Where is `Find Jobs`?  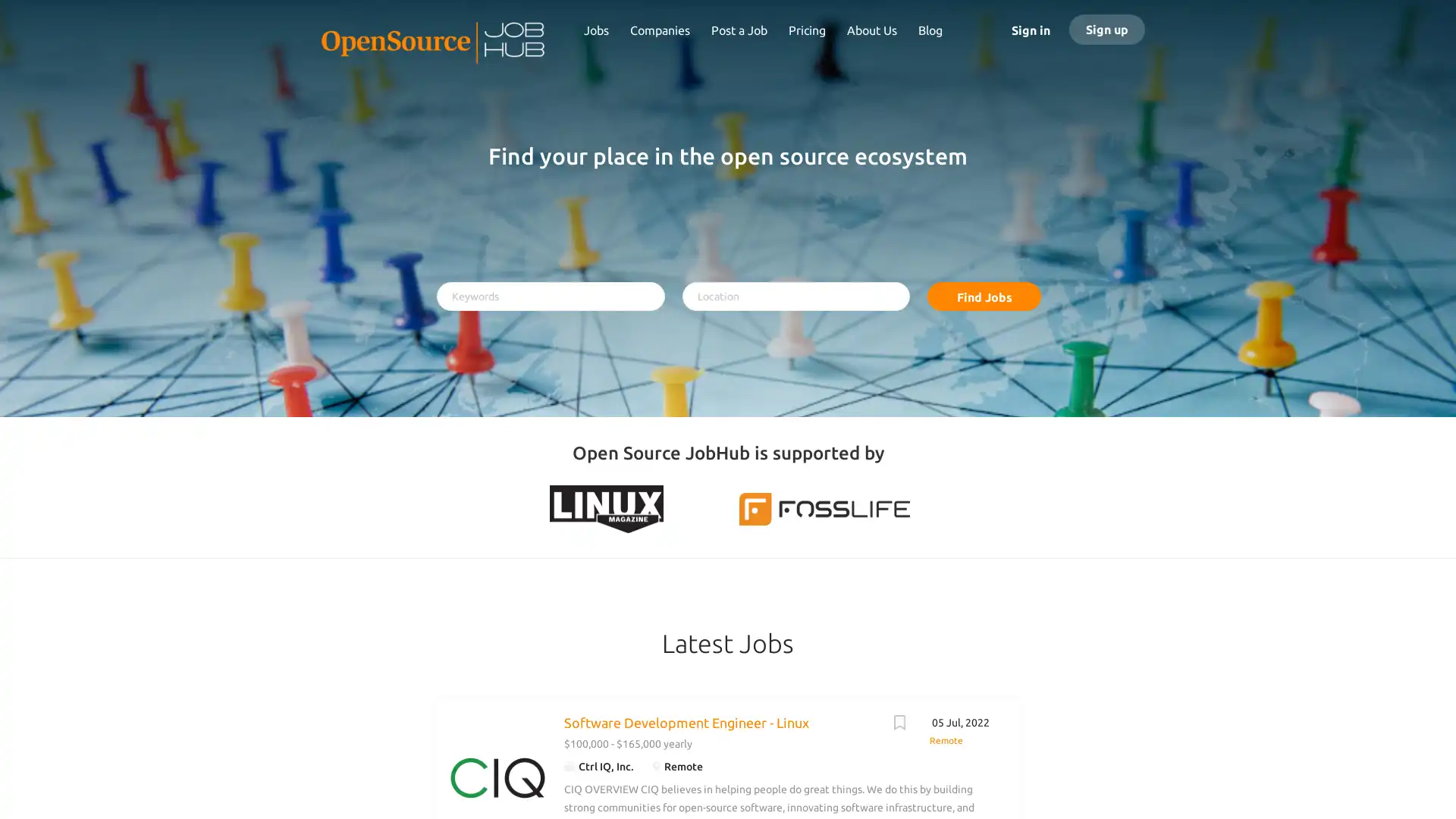
Find Jobs is located at coordinates (984, 296).